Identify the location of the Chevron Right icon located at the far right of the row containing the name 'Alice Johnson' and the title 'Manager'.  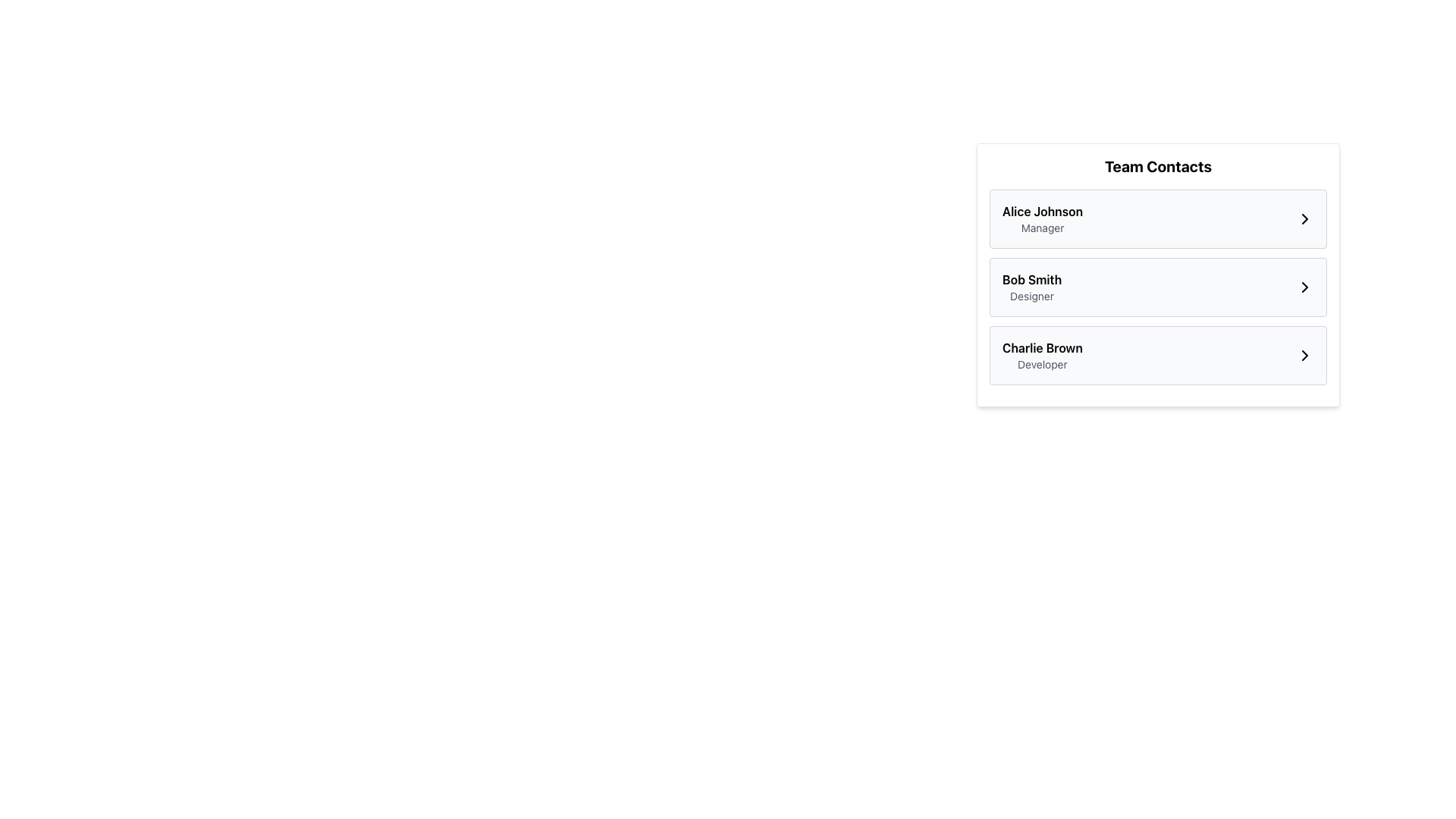
(1304, 219).